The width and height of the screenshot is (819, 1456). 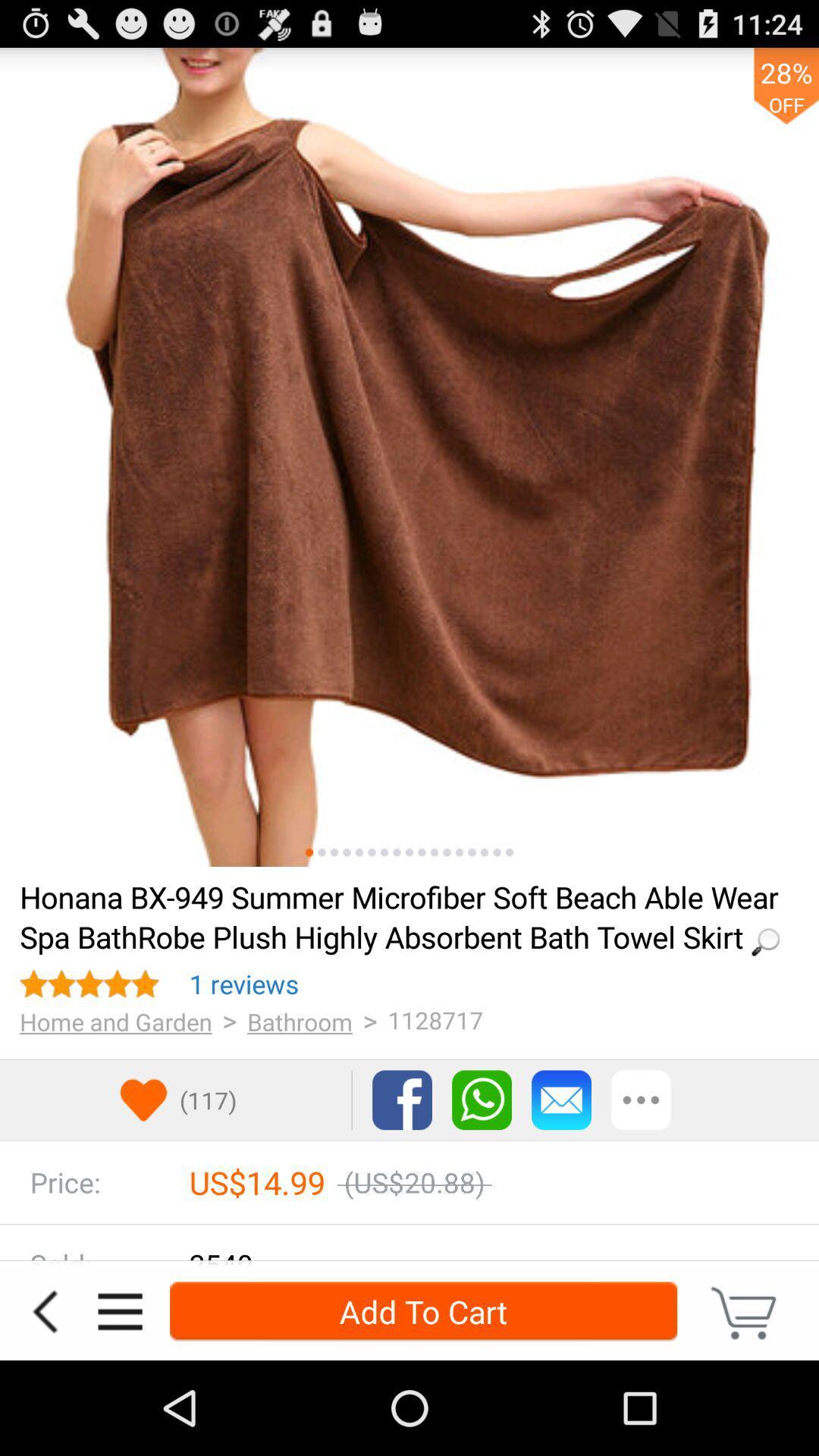 What do you see at coordinates (409, 457) in the screenshot?
I see `advertisement picture` at bounding box center [409, 457].